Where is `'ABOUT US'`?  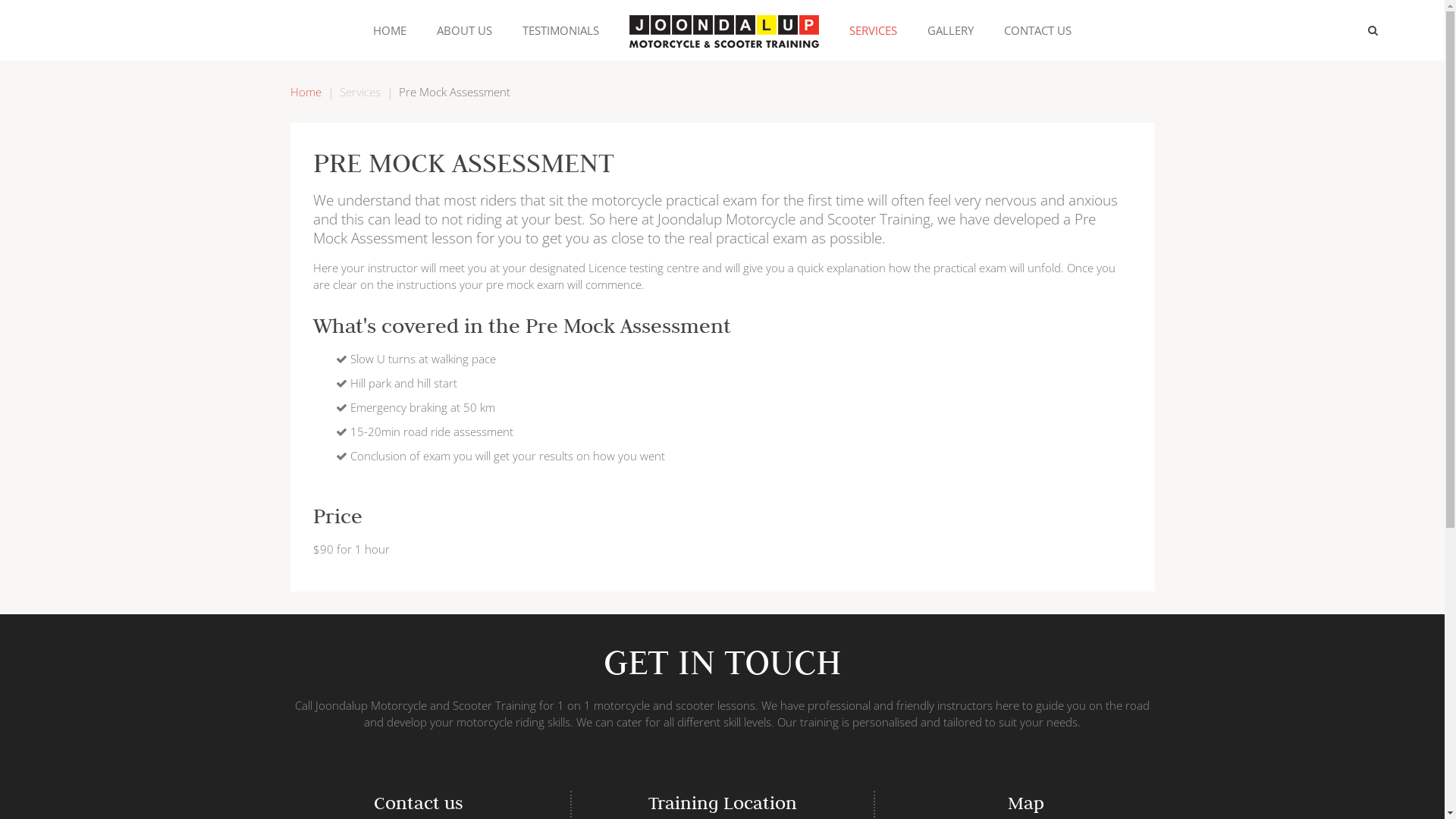 'ABOUT US' is located at coordinates (463, 30).